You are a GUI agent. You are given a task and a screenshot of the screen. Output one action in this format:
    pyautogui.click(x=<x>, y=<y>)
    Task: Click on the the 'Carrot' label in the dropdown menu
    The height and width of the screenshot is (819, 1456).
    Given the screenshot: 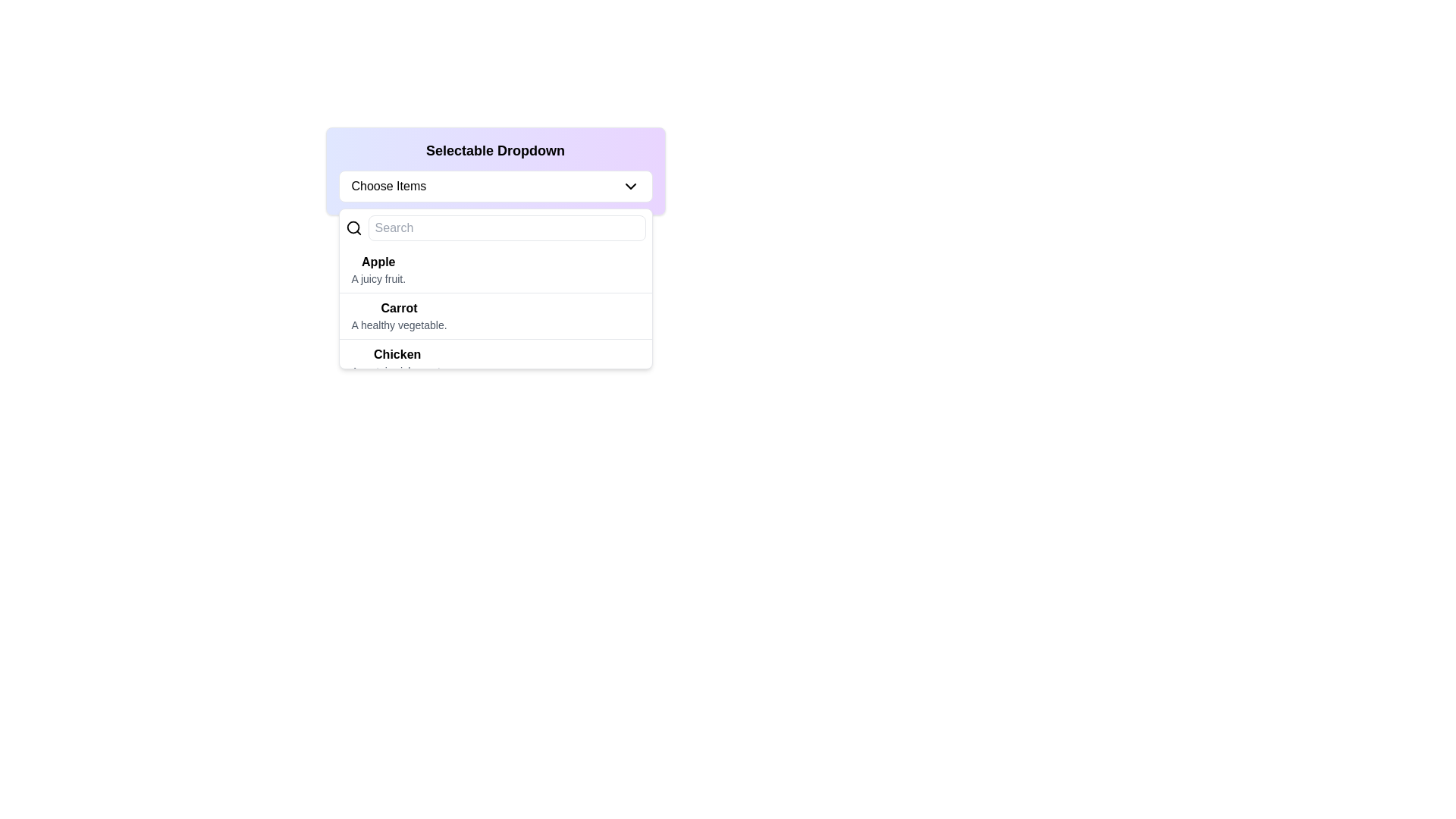 What is the action you would take?
    pyautogui.click(x=399, y=308)
    